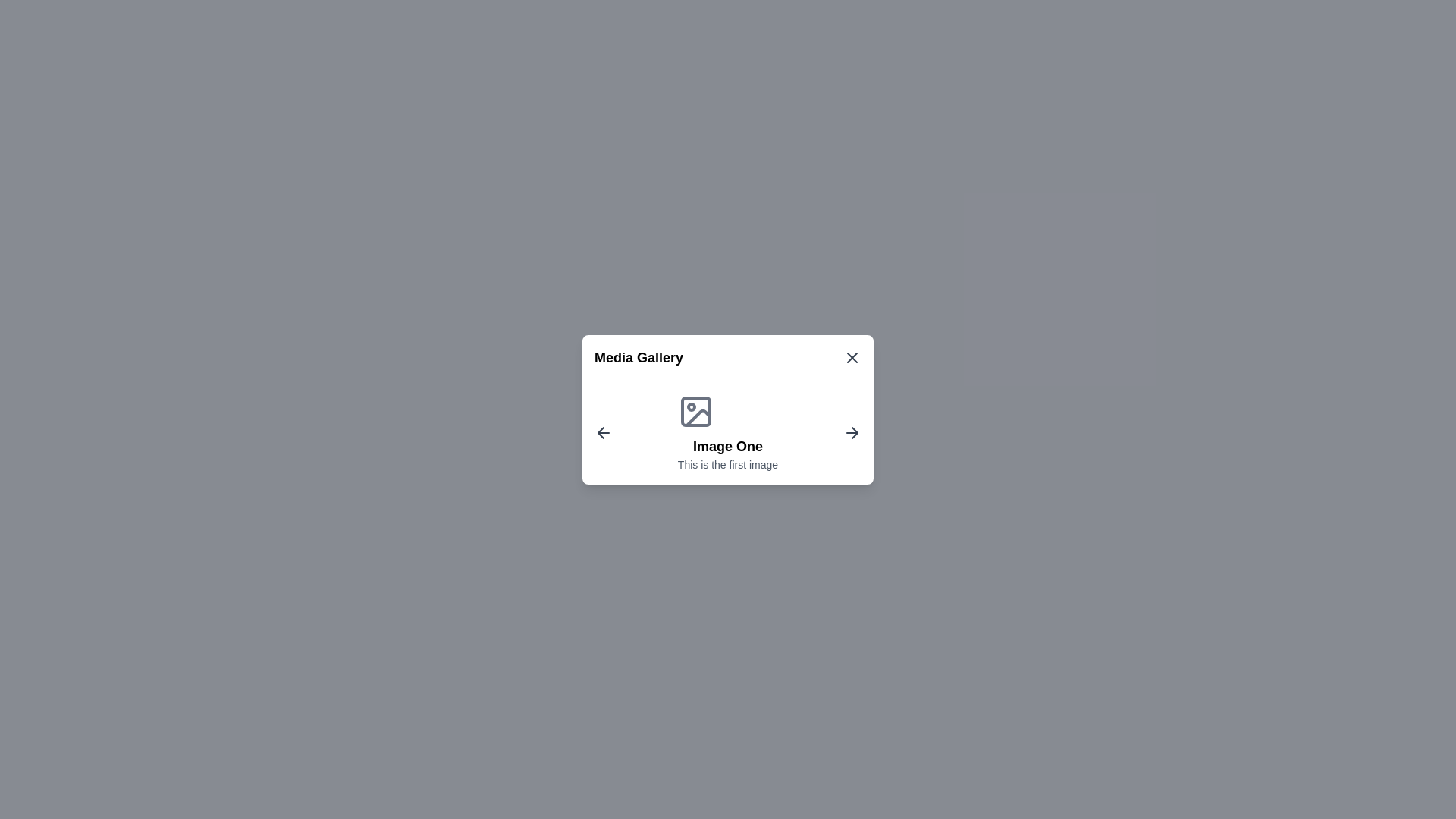 This screenshot has height=819, width=1456. What do you see at coordinates (852, 432) in the screenshot?
I see `the outlined rightward-pointing arrow button located in the 'Media Gallery' popup` at bounding box center [852, 432].